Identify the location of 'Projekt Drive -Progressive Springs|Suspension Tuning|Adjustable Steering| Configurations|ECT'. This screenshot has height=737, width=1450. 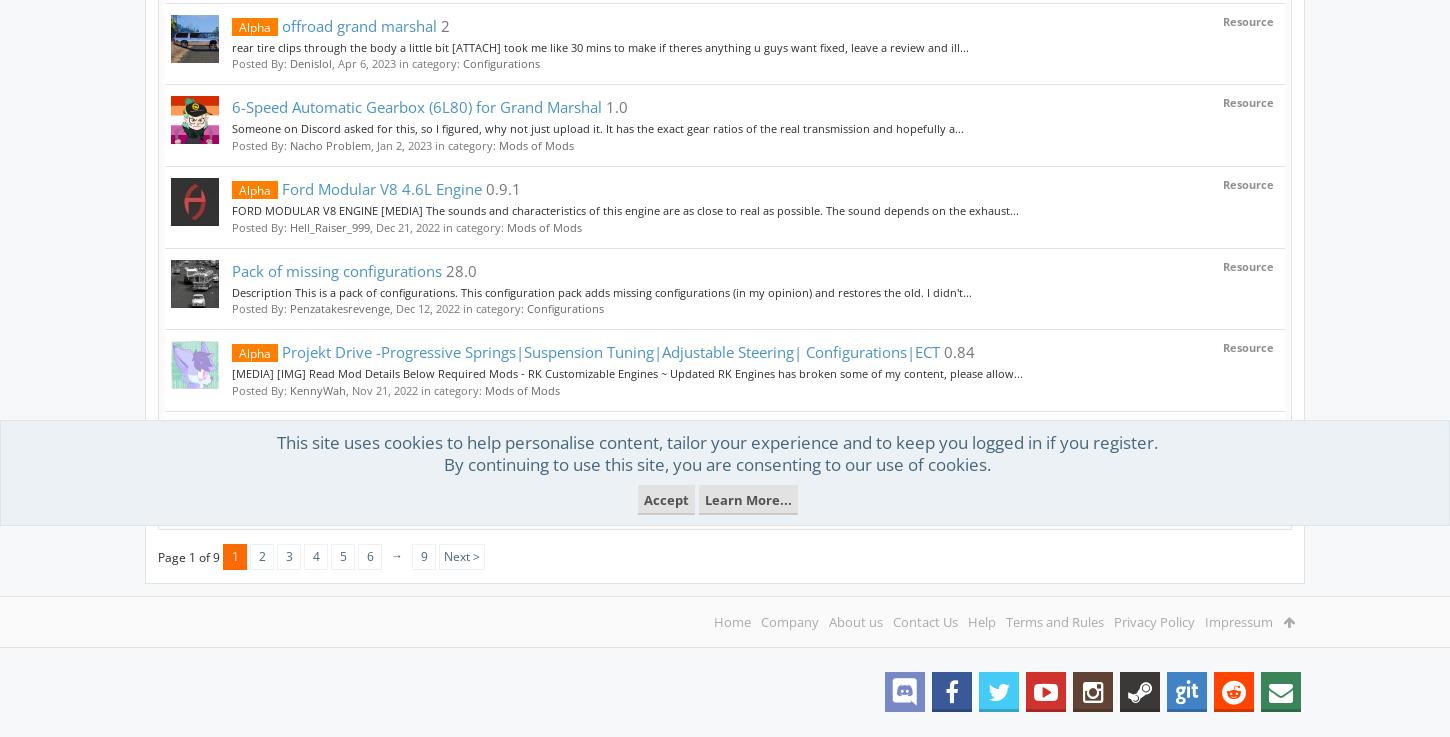
(608, 350).